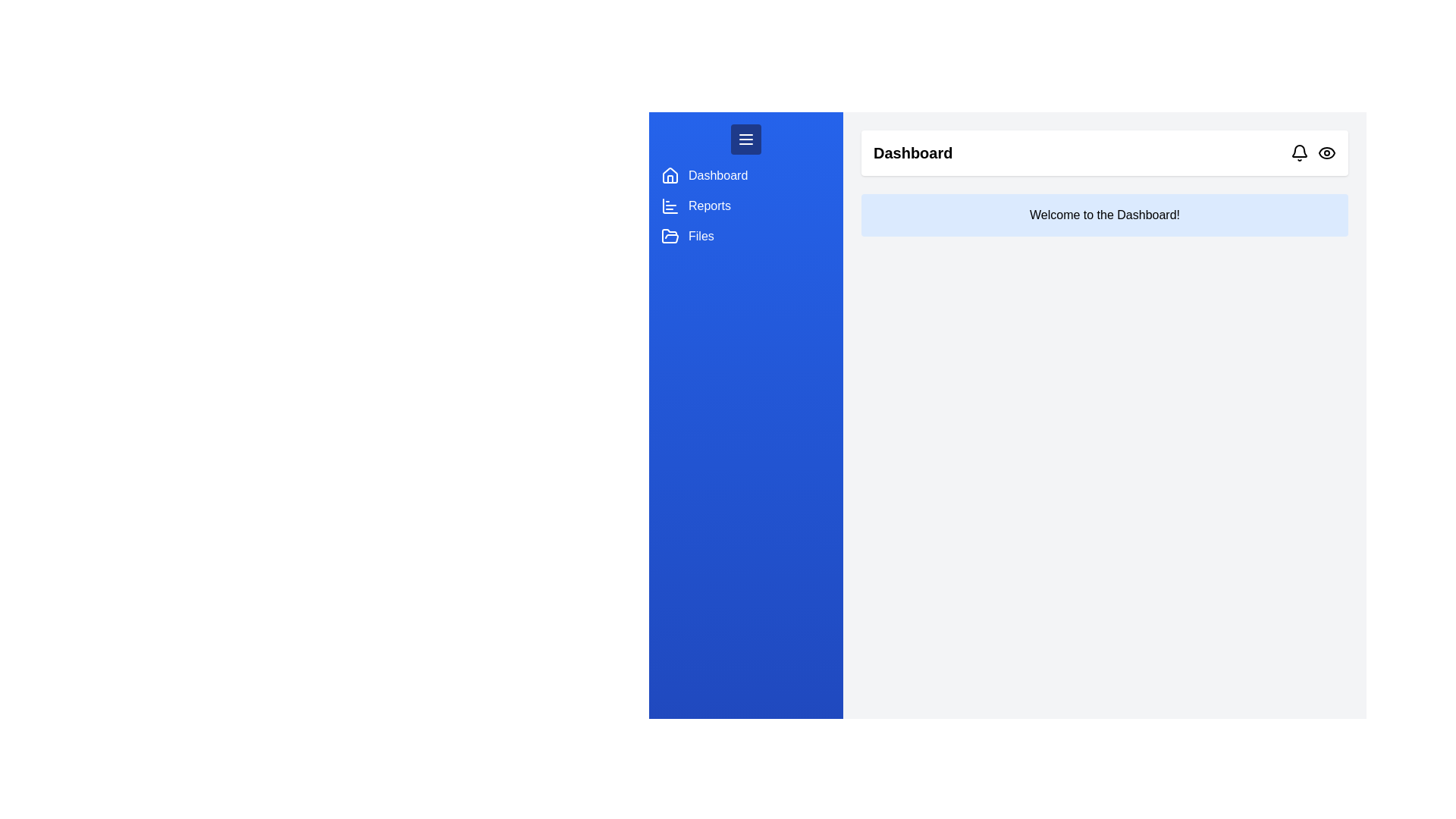  I want to click on the notification indicator button located at the top-right corner of the content section, so click(1298, 152).